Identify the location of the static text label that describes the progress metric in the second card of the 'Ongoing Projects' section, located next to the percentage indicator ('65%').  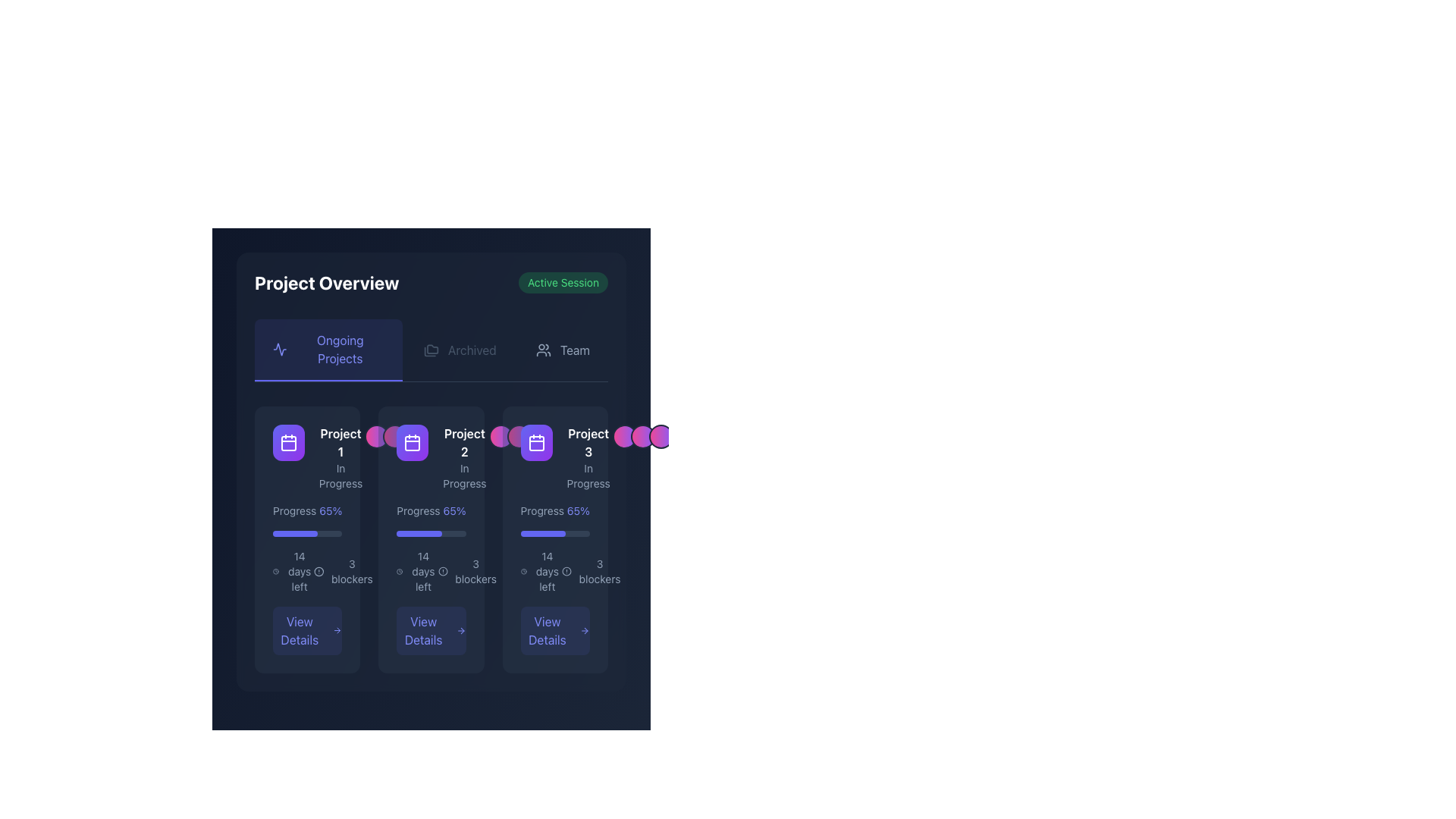
(419, 511).